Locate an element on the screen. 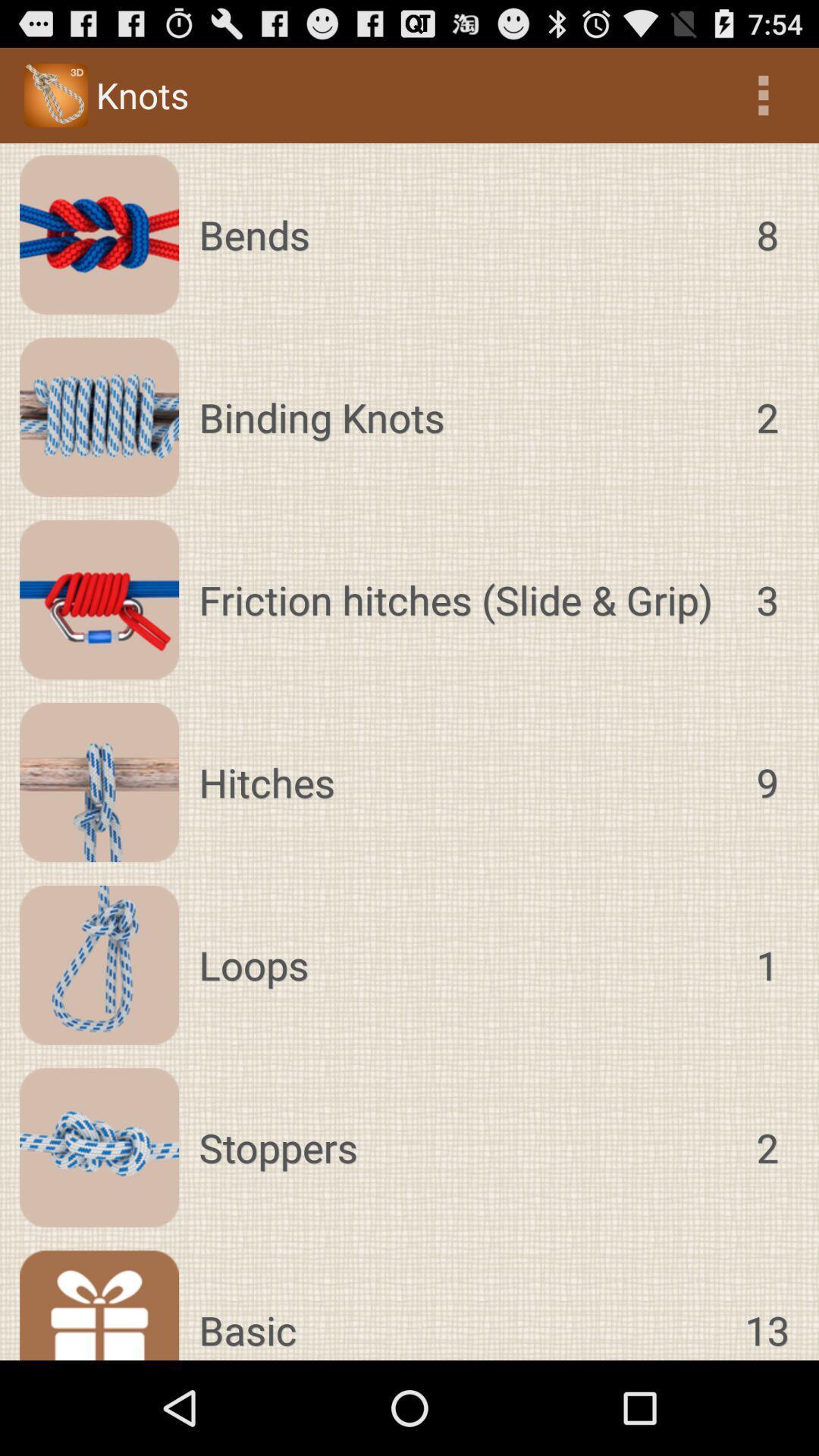  13 item is located at coordinates (767, 1304).